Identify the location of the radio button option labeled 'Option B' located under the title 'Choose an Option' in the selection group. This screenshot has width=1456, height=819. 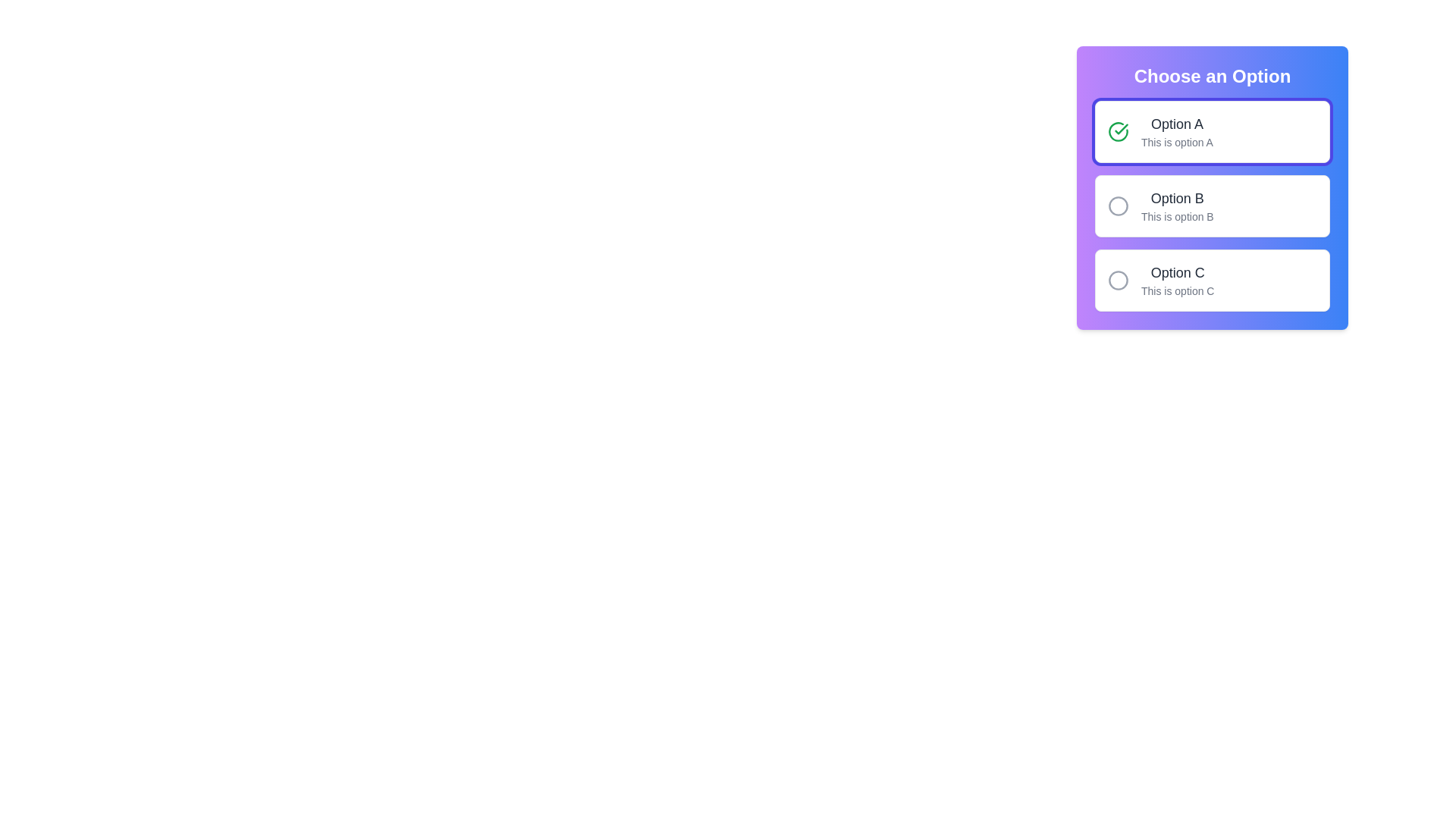
(1211, 187).